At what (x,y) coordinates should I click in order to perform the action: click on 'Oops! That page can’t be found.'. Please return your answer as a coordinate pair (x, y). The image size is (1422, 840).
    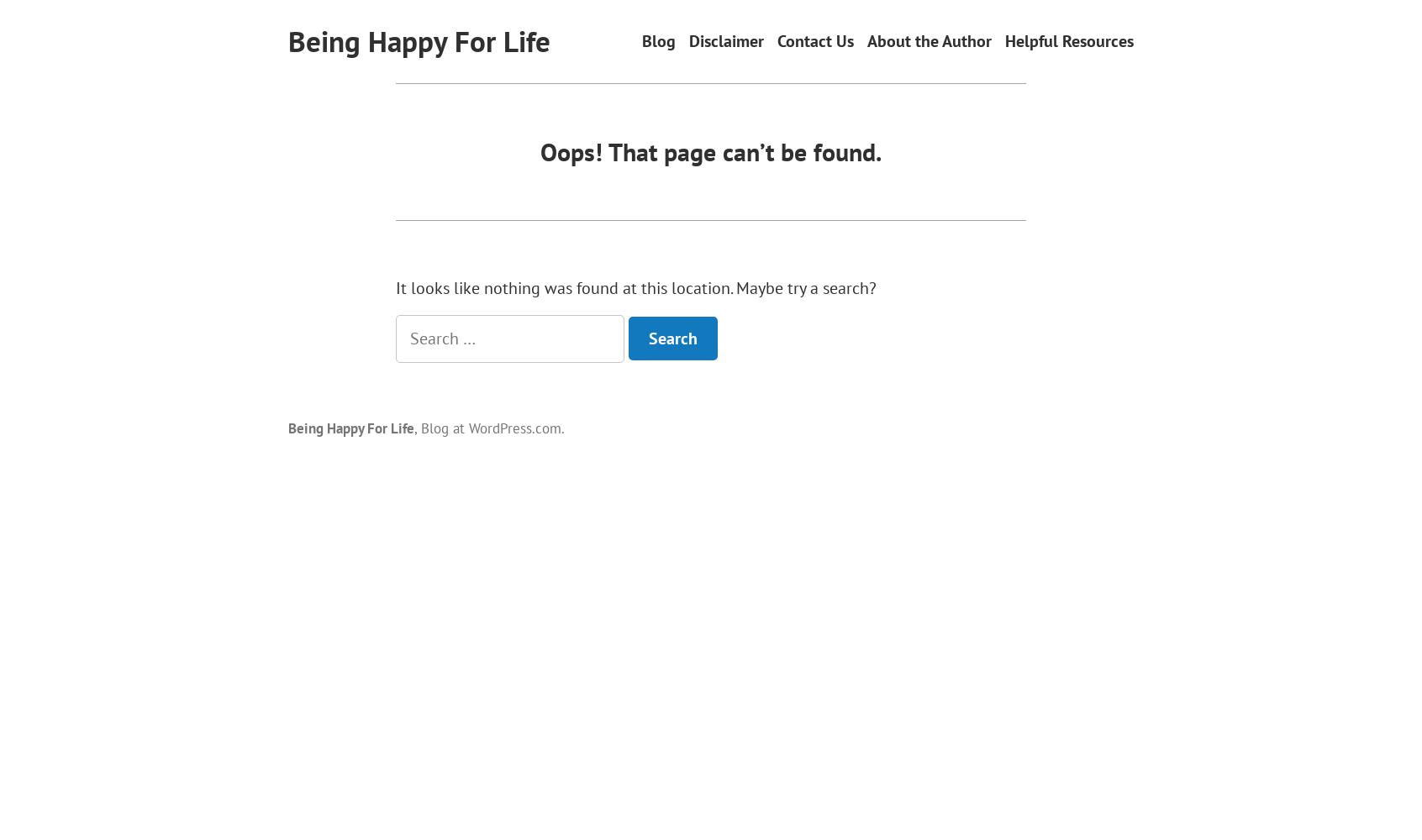
    Looking at the image, I should click on (711, 150).